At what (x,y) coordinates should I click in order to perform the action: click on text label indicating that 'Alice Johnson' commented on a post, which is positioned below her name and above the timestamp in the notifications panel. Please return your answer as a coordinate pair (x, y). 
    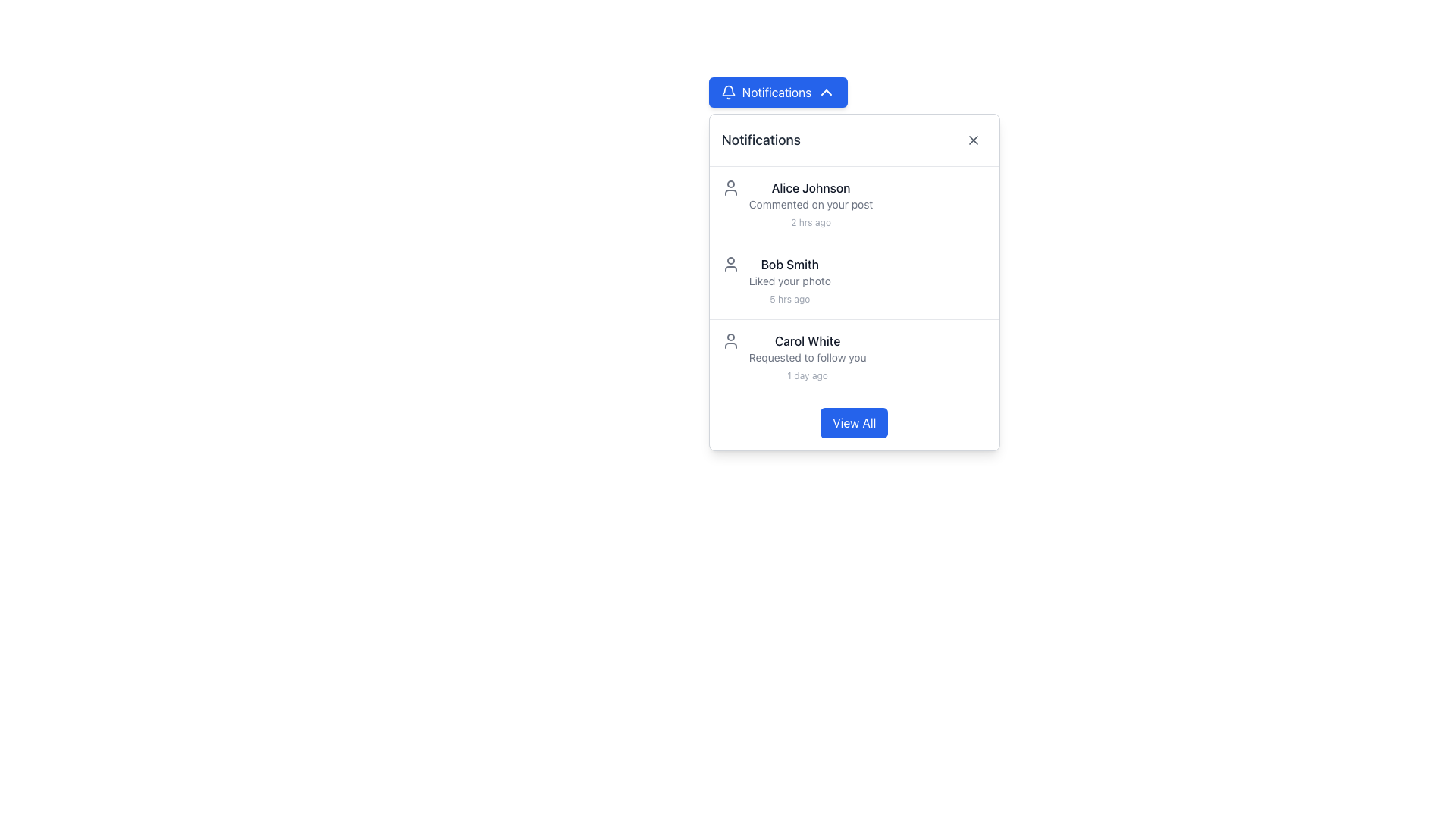
    Looking at the image, I should click on (810, 205).